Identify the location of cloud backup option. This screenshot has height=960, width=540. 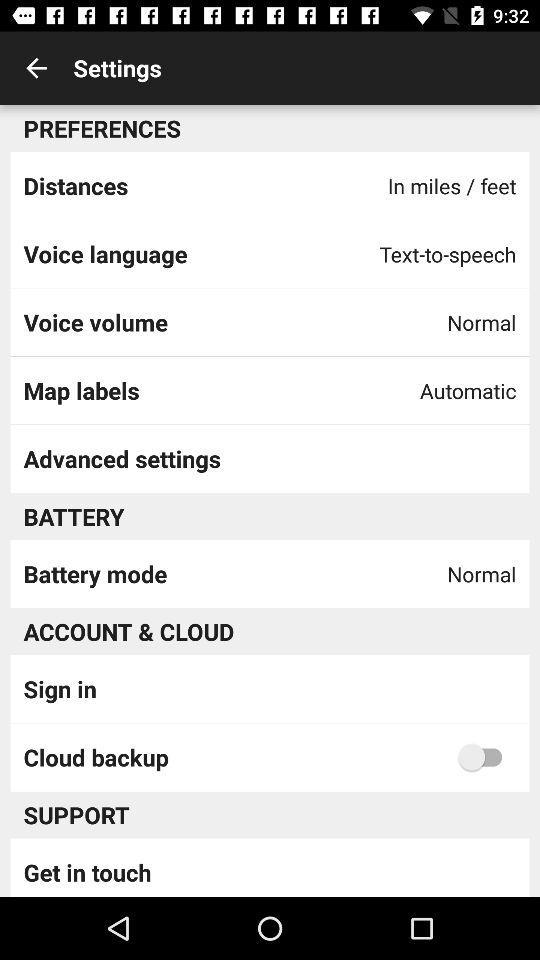
(484, 756).